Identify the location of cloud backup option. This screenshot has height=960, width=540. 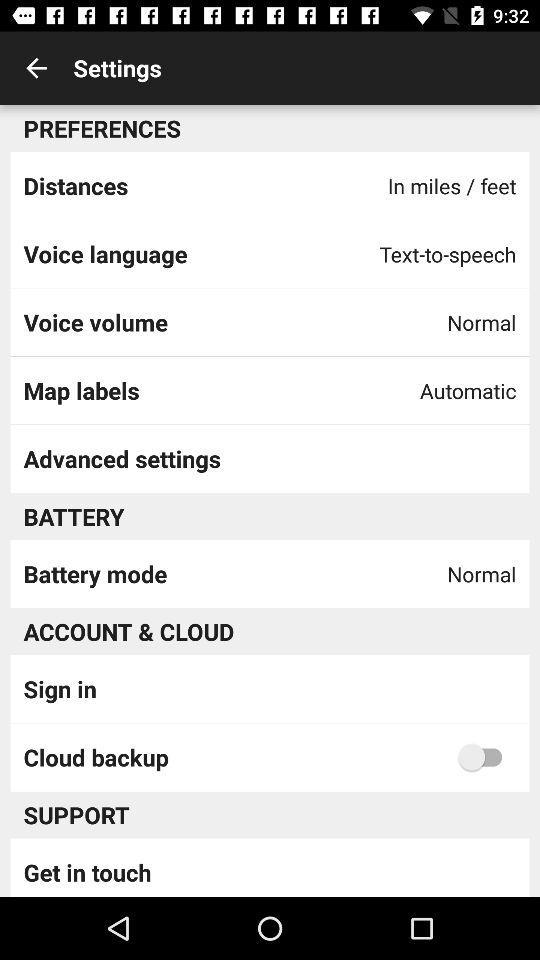
(484, 756).